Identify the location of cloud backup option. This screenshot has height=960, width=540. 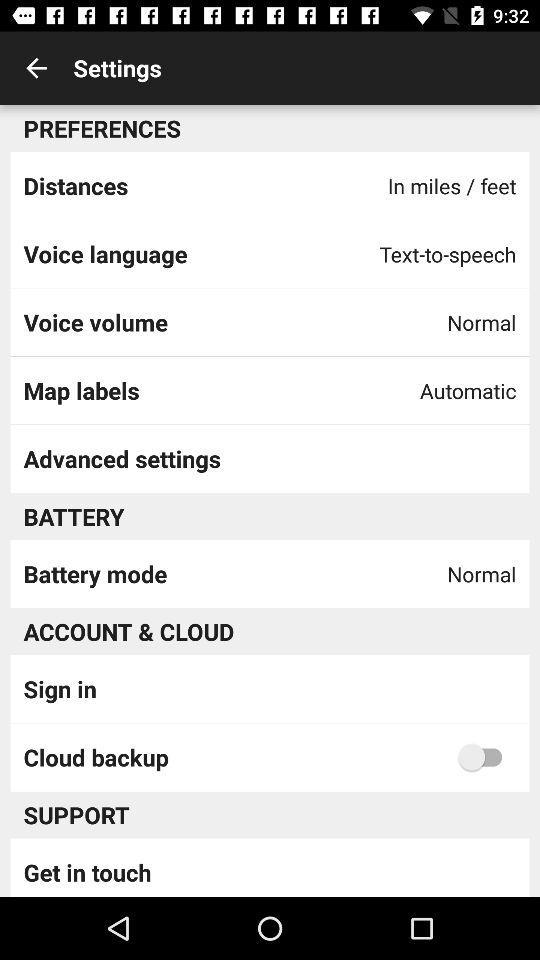
(484, 756).